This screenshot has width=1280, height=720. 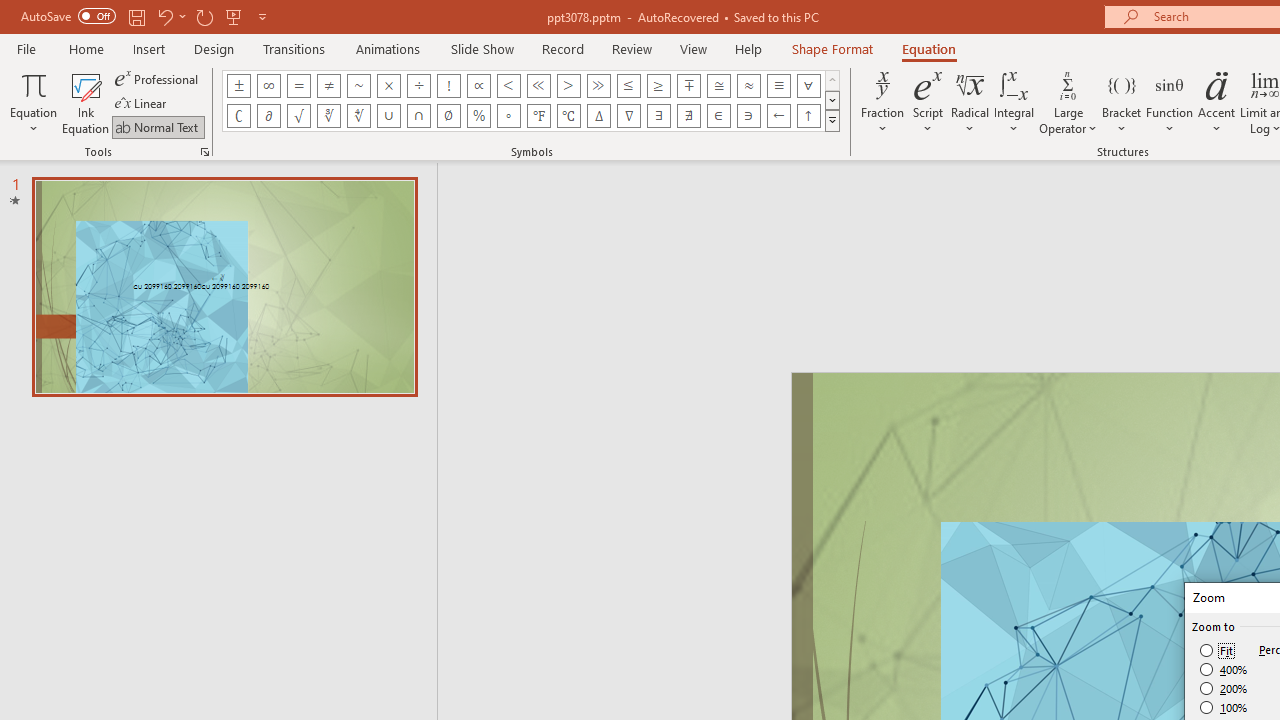 What do you see at coordinates (447, 115) in the screenshot?
I see `'Equation Symbol Empty Set'` at bounding box center [447, 115].